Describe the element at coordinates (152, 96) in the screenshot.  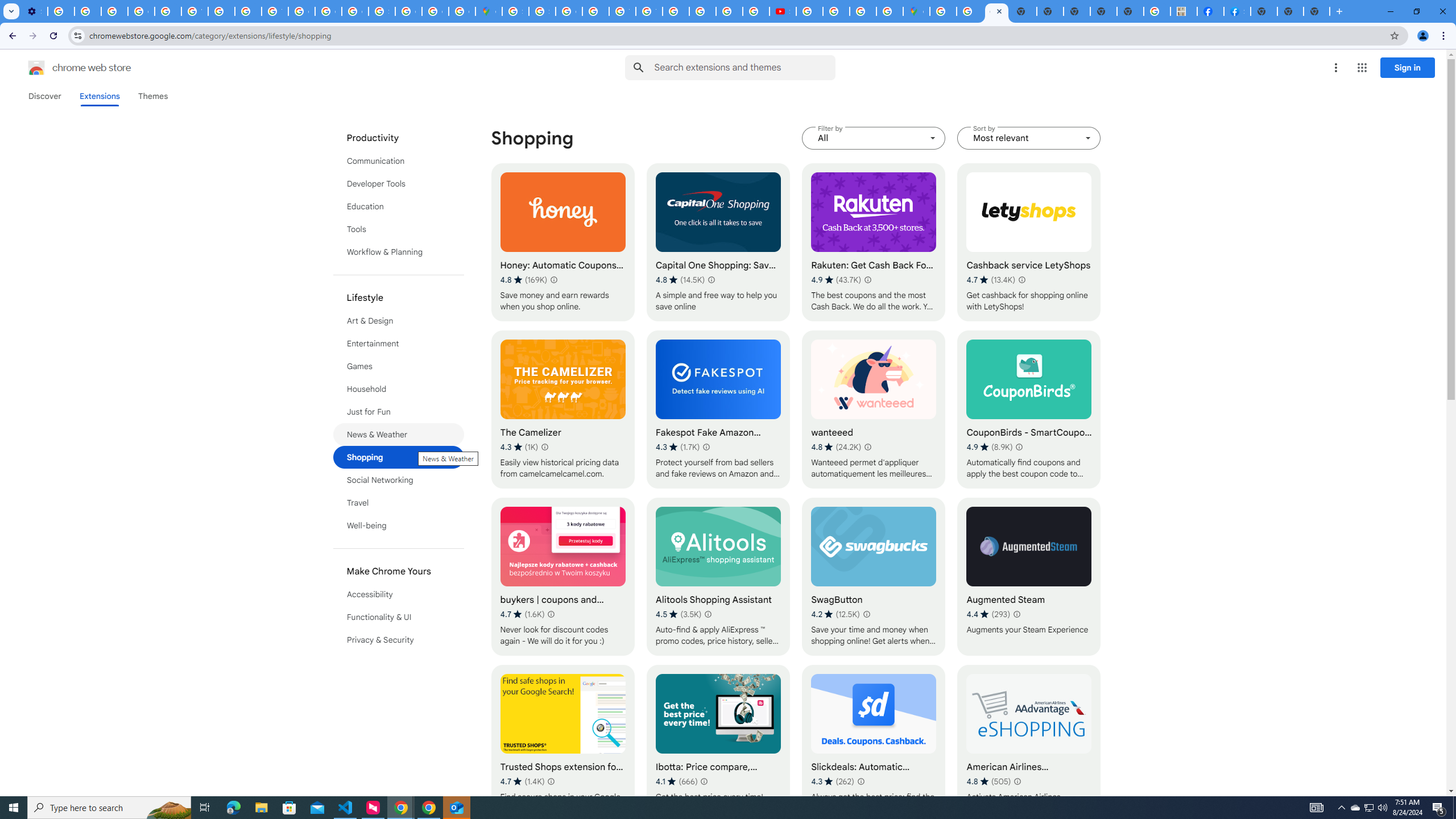
I see `'Themes'` at that location.